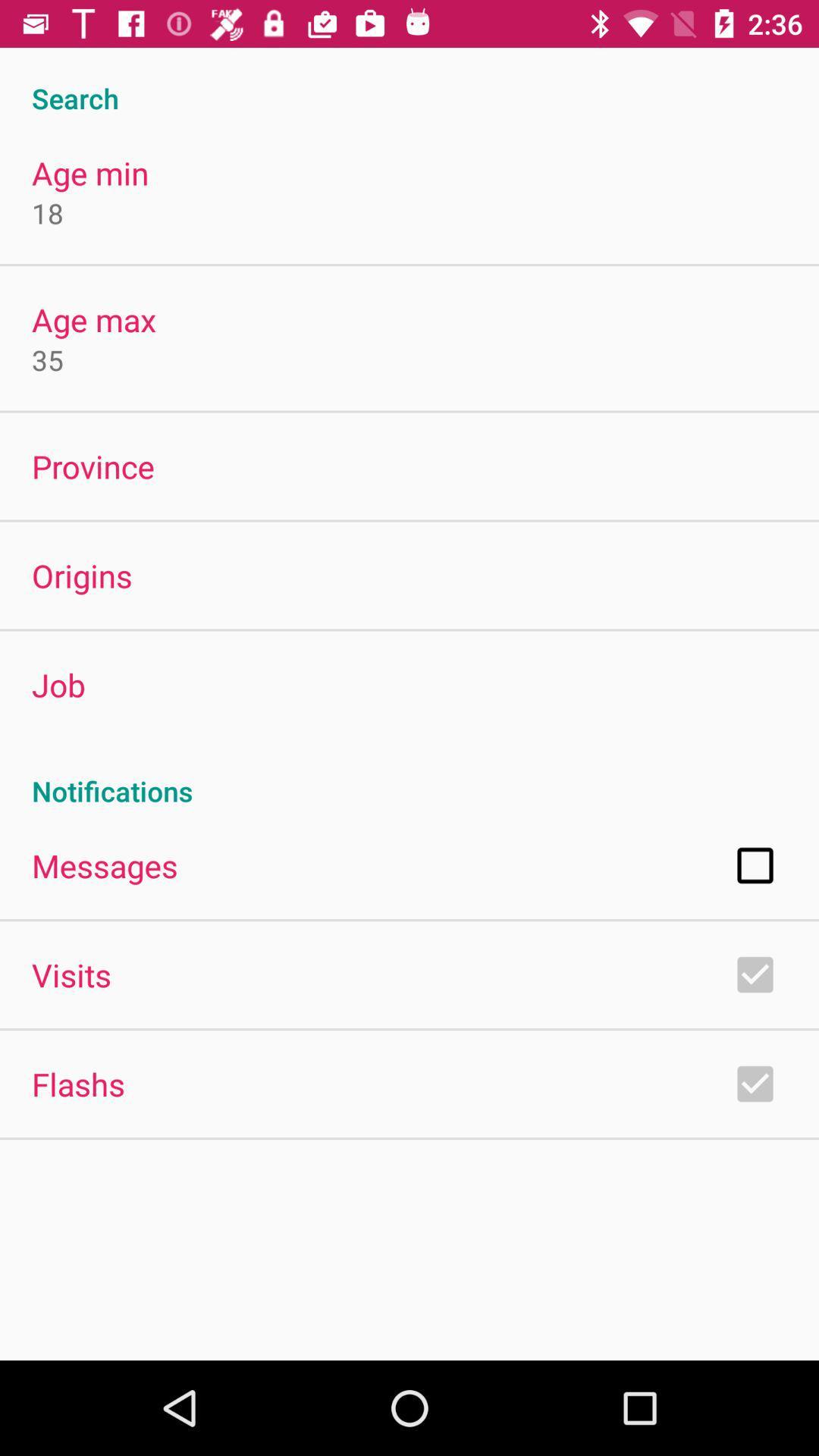  I want to click on app at the center, so click(409, 775).